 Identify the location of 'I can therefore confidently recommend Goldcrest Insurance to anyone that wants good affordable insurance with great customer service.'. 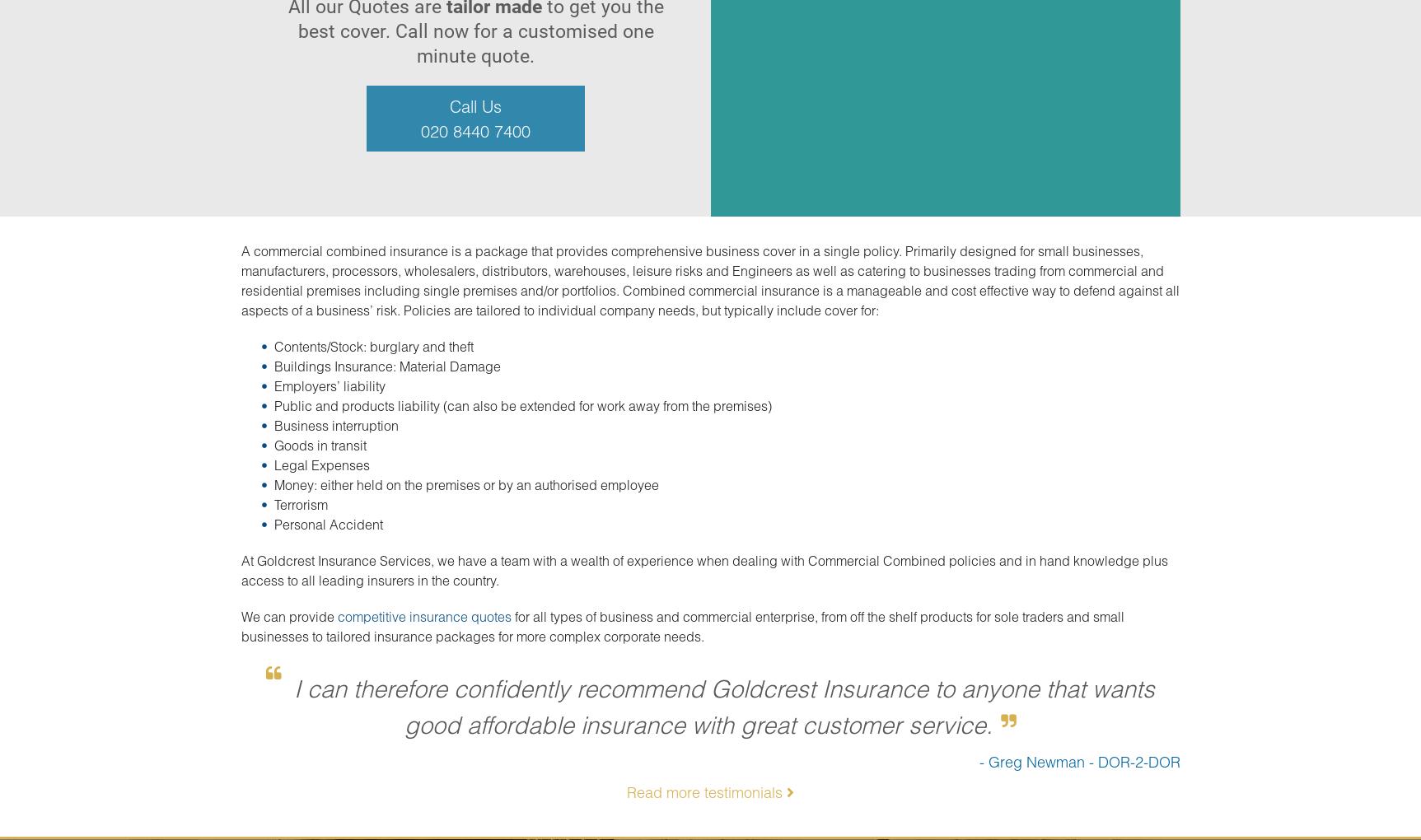
(723, 705).